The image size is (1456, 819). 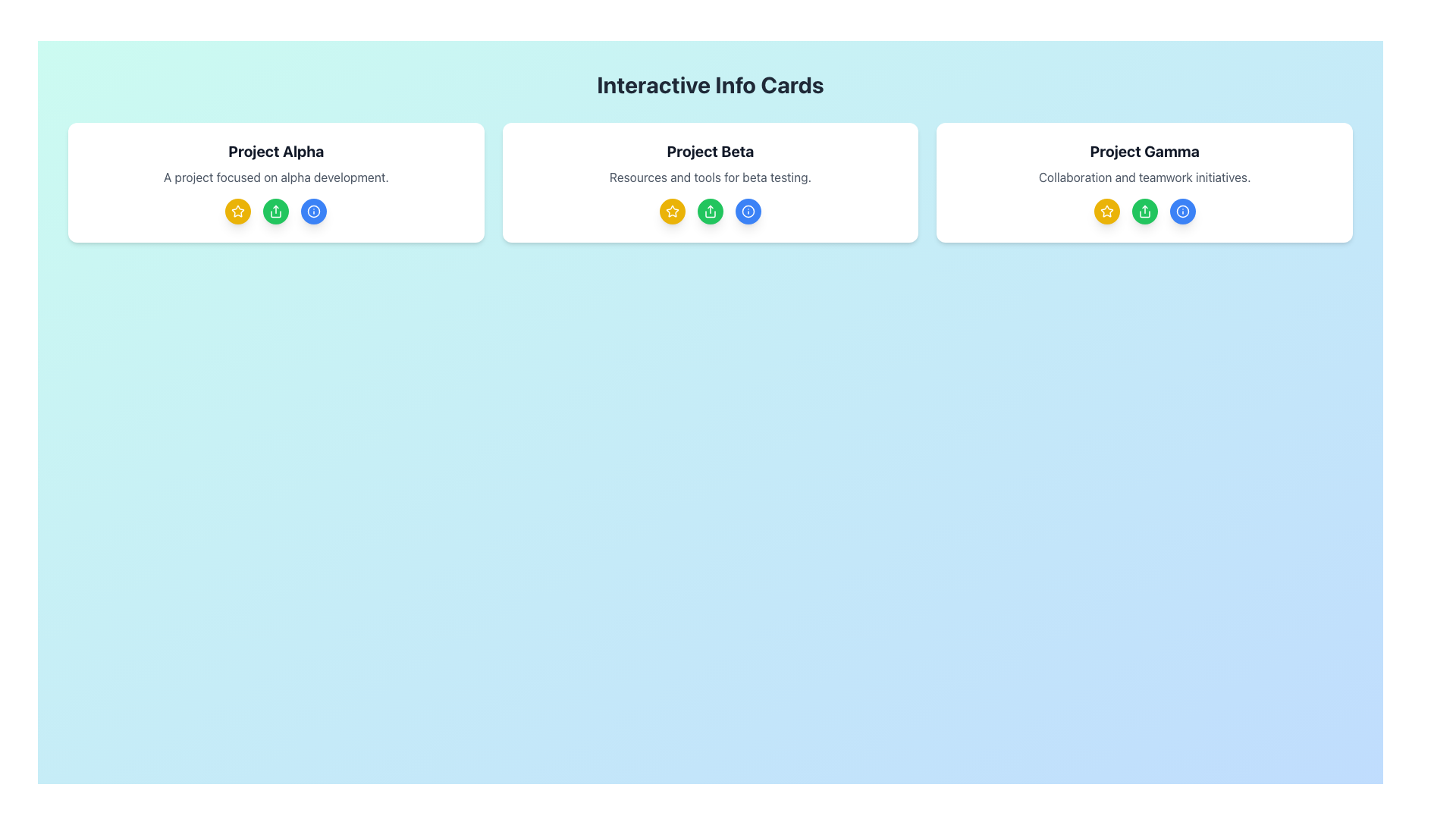 I want to click on the circular button with a green background and white upward arrow icon, which is the second button in the row on the 'Project Gamma' card, so click(x=1144, y=211).